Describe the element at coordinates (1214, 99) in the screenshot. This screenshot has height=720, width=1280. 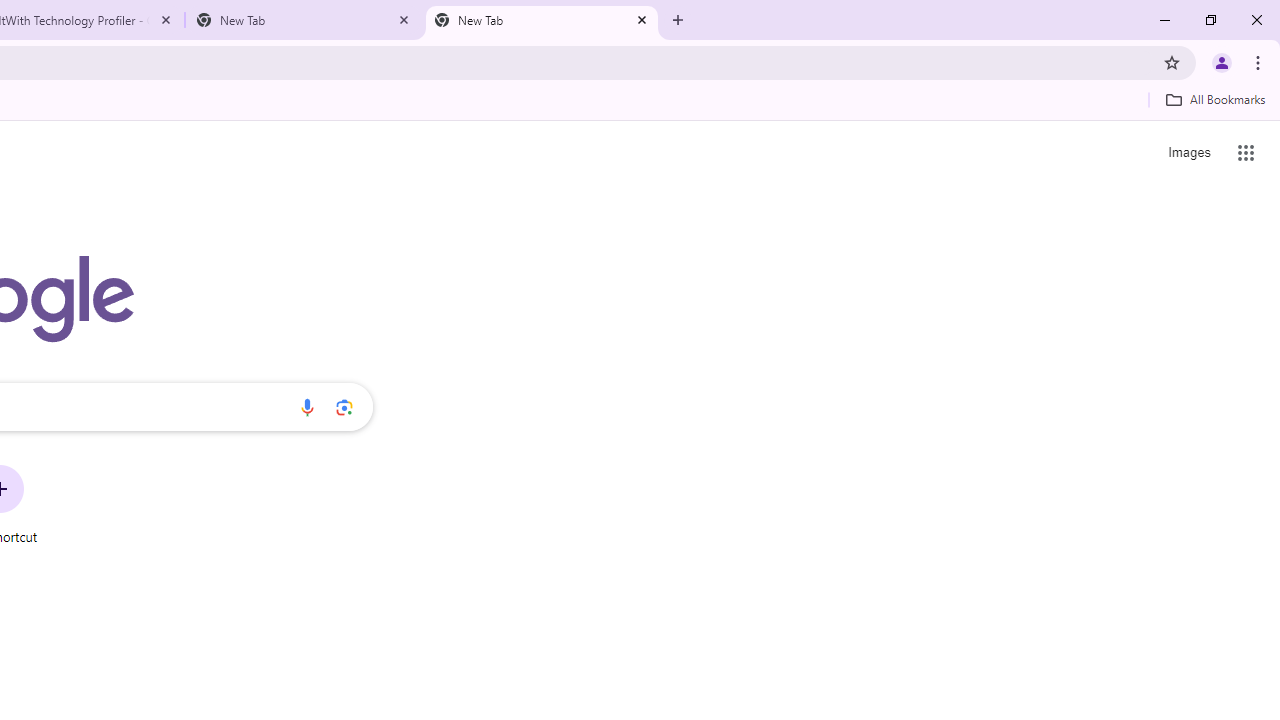
I see `'All Bookmarks'` at that location.